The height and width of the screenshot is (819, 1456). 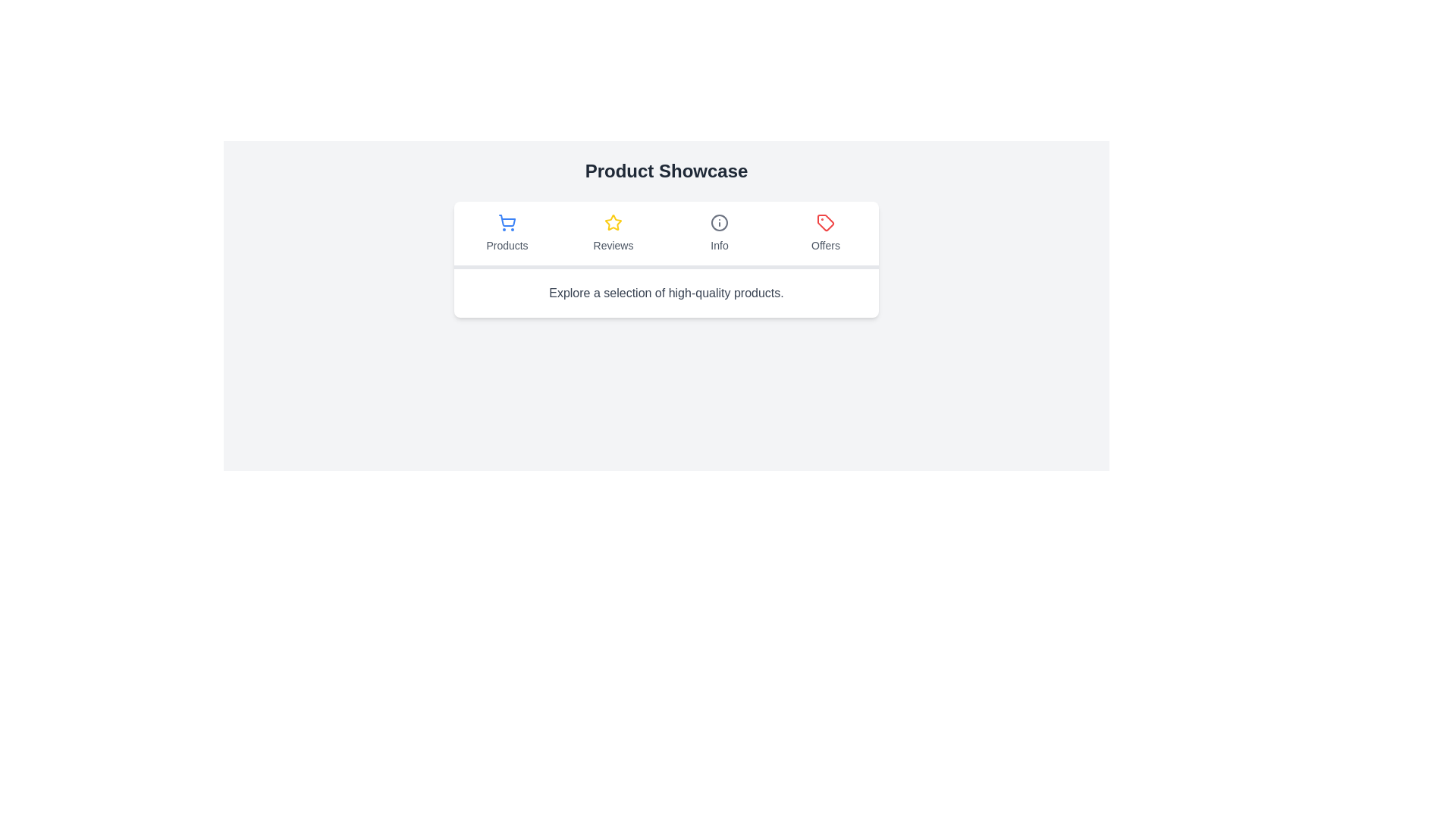 I want to click on the circular gray 'i' icon located in the 'Info' tab of the navigation bar under 'Product Showcase', so click(x=719, y=222).